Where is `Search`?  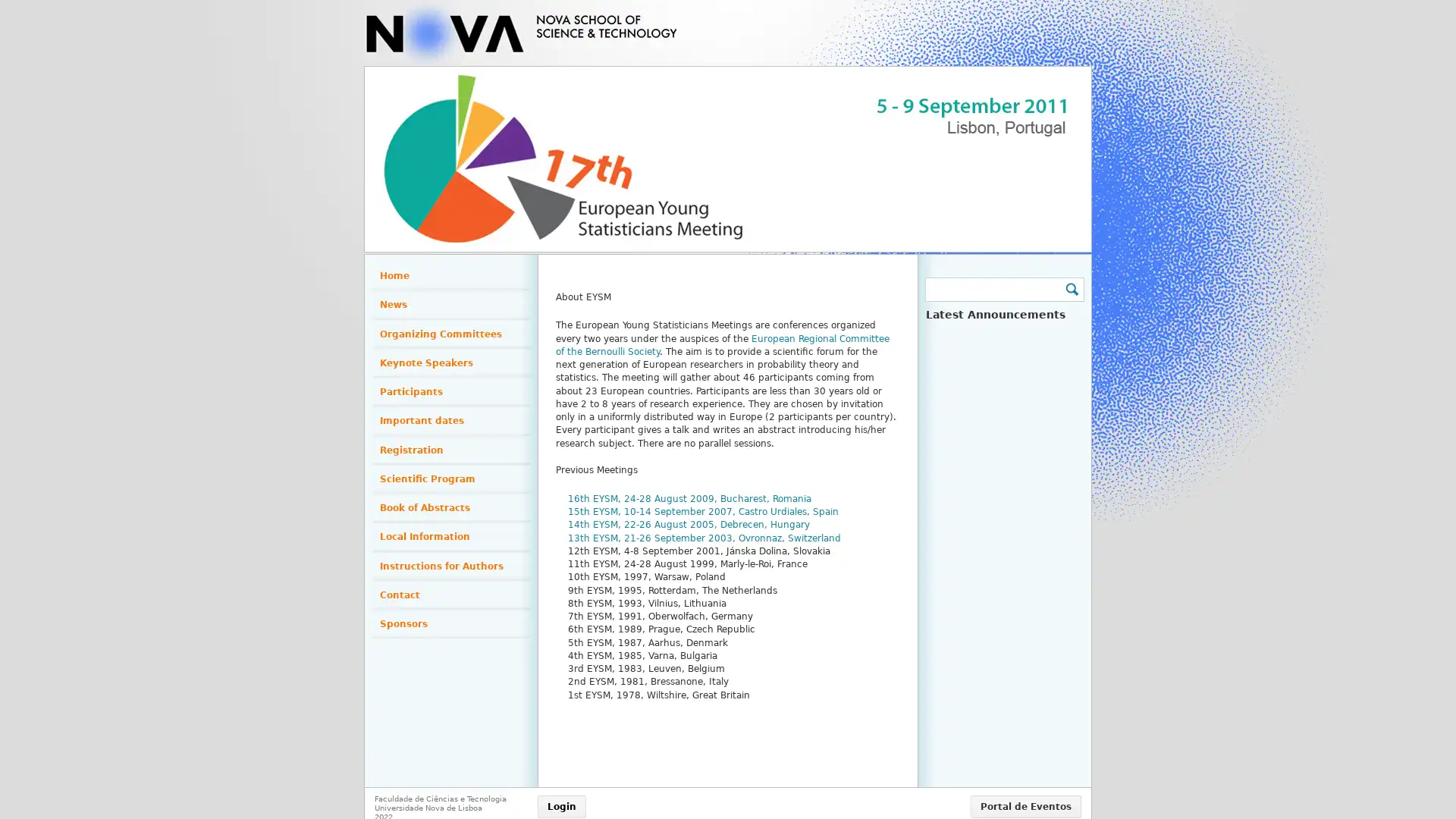
Search is located at coordinates (1070, 289).